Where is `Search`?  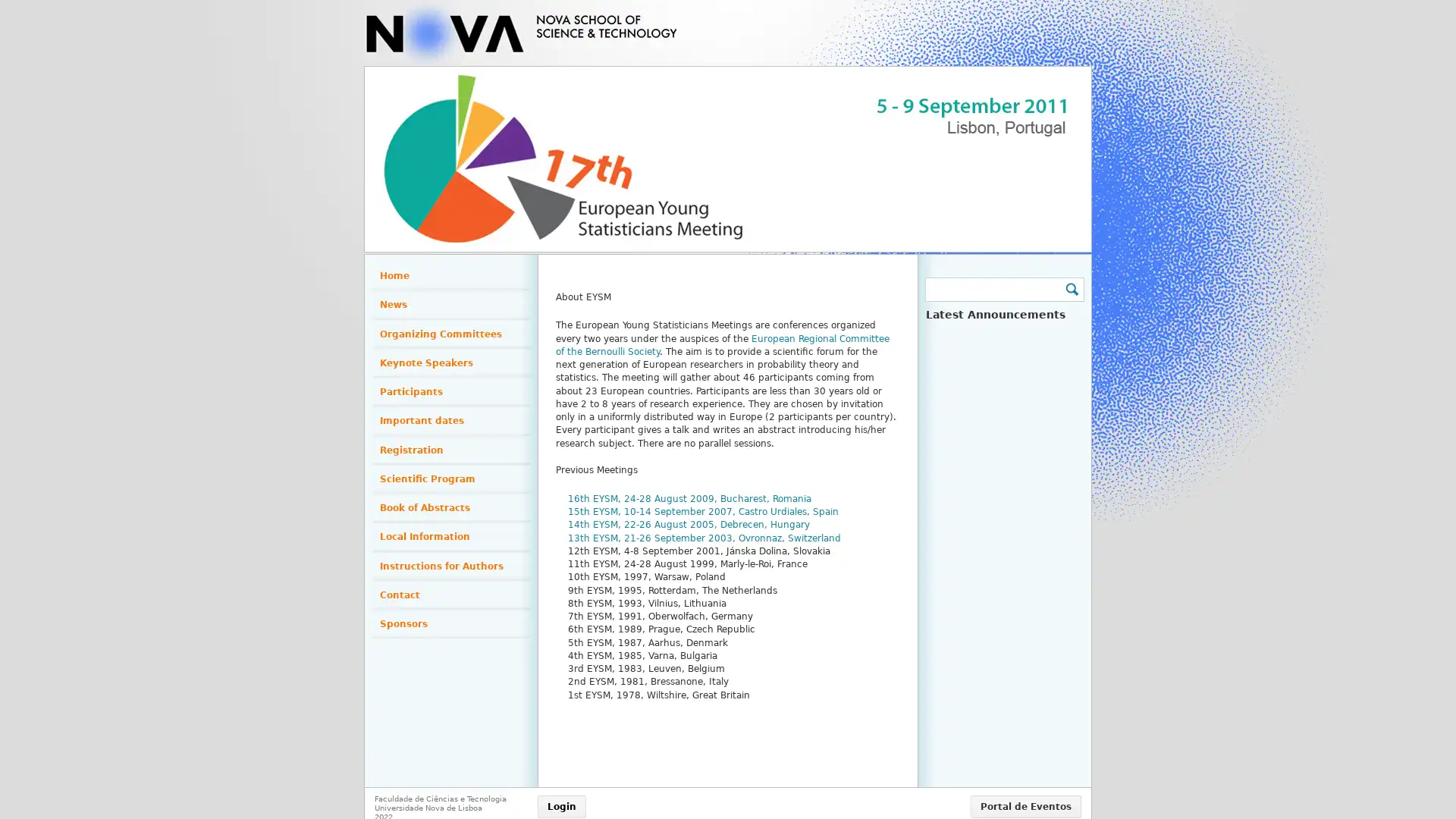
Search is located at coordinates (1070, 289).